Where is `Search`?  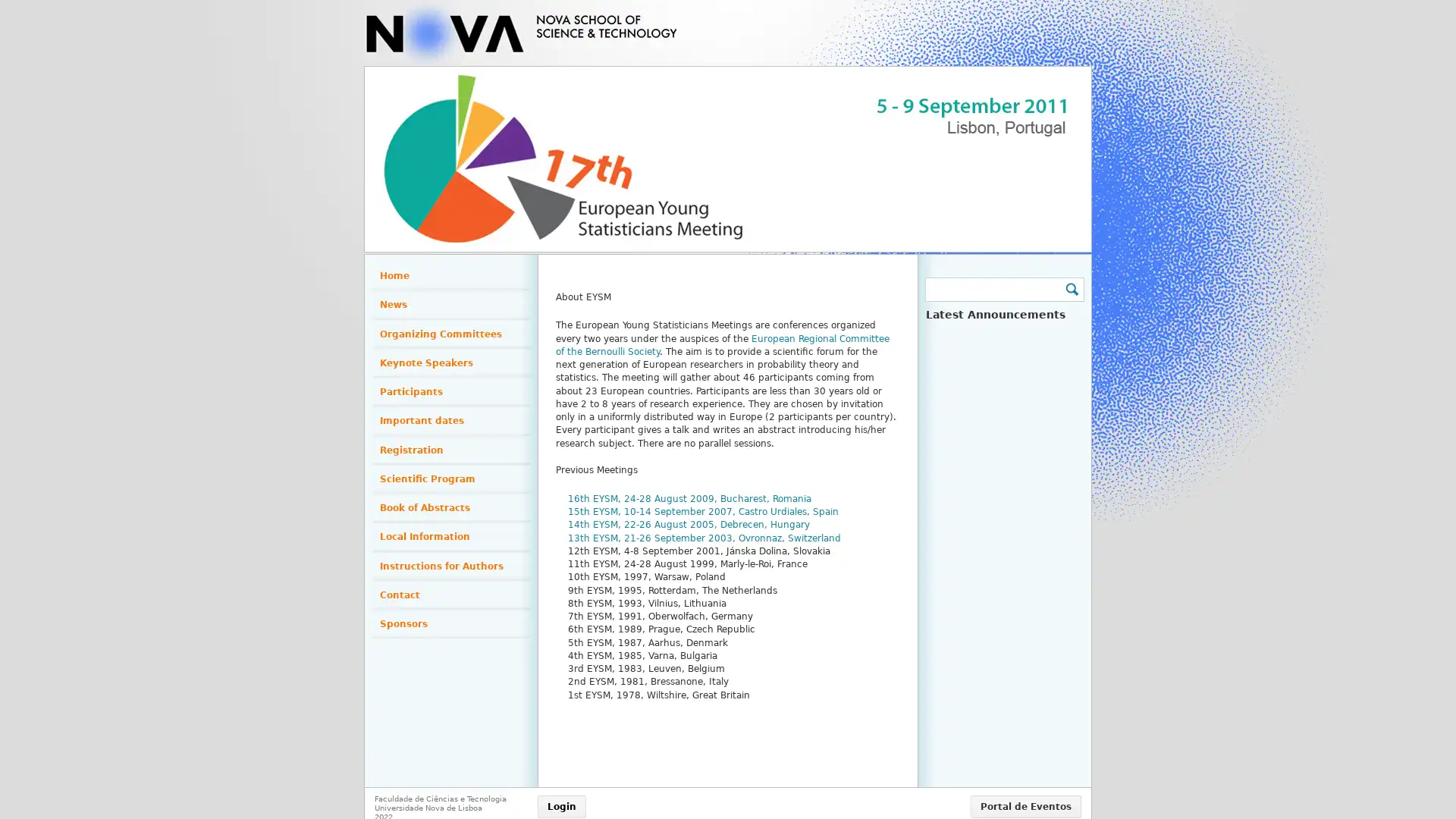
Search is located at coordinates (1070, 289).